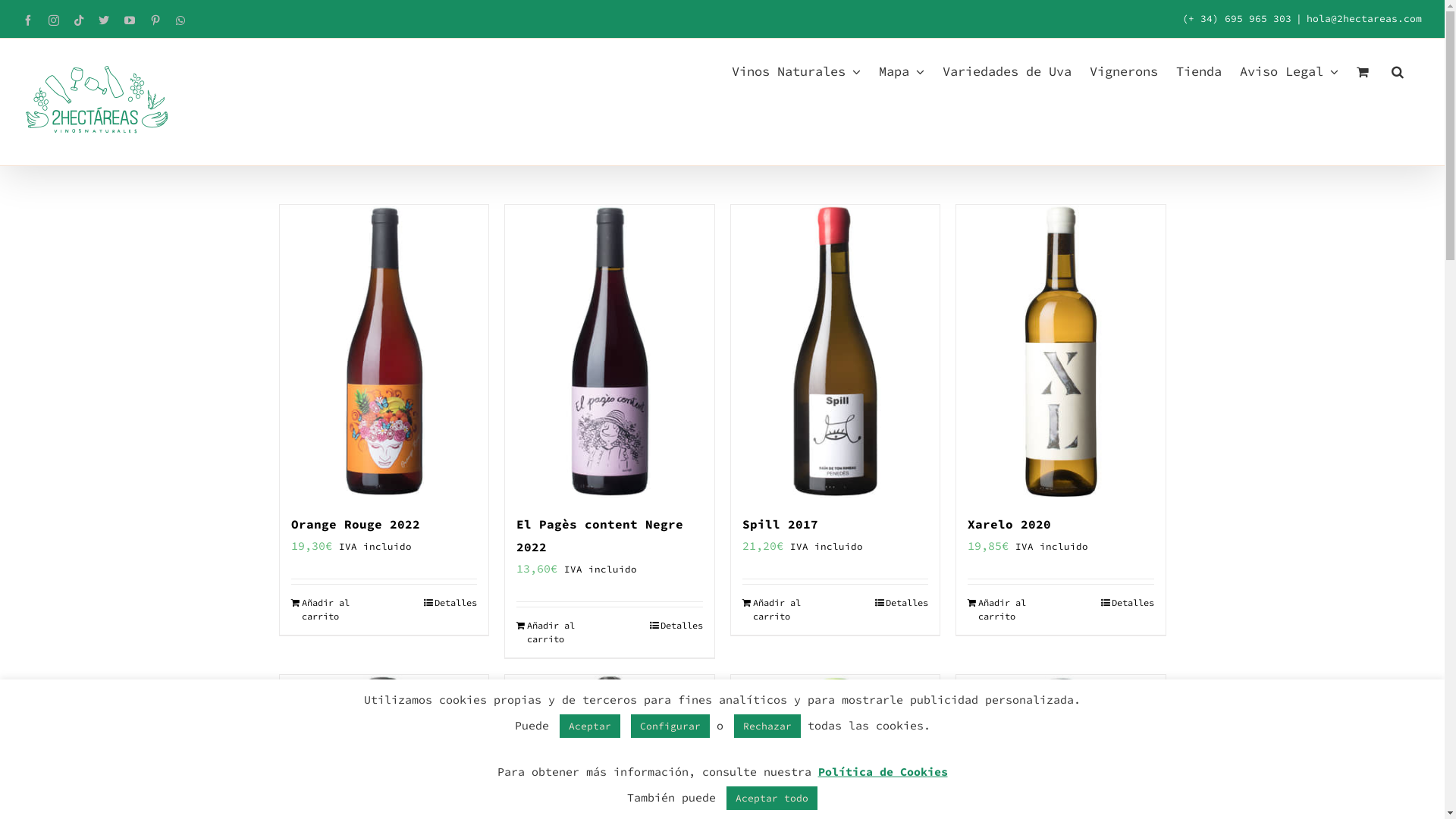  What do you see at coordinates (1197, 70) in the screenshot?
I see `'Tienda'` at bounding box center [1197, 70].